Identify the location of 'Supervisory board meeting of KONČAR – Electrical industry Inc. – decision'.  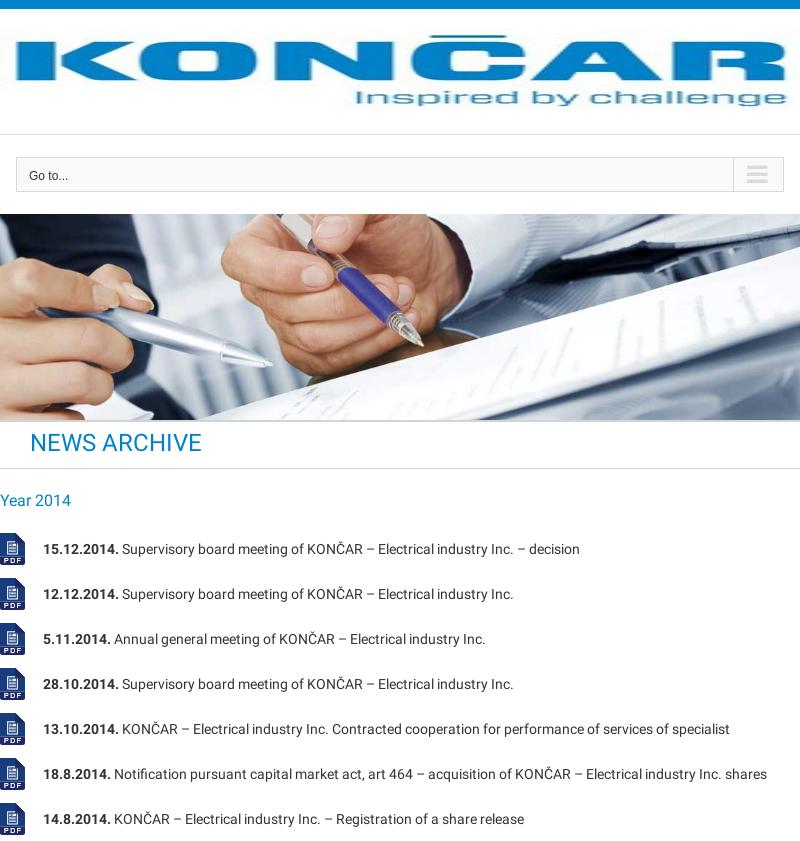
(349, 547).